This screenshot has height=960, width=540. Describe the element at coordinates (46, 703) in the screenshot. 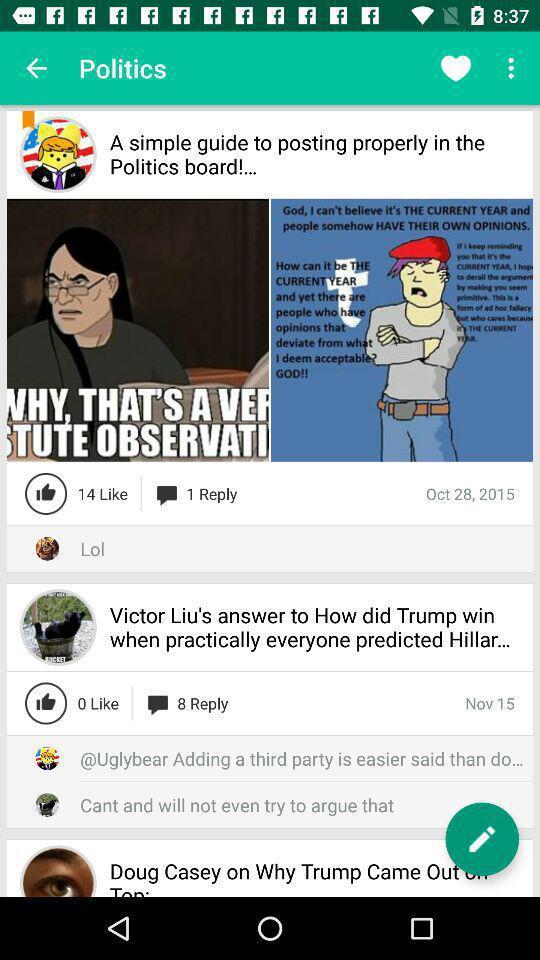

I see `like this` at that location.